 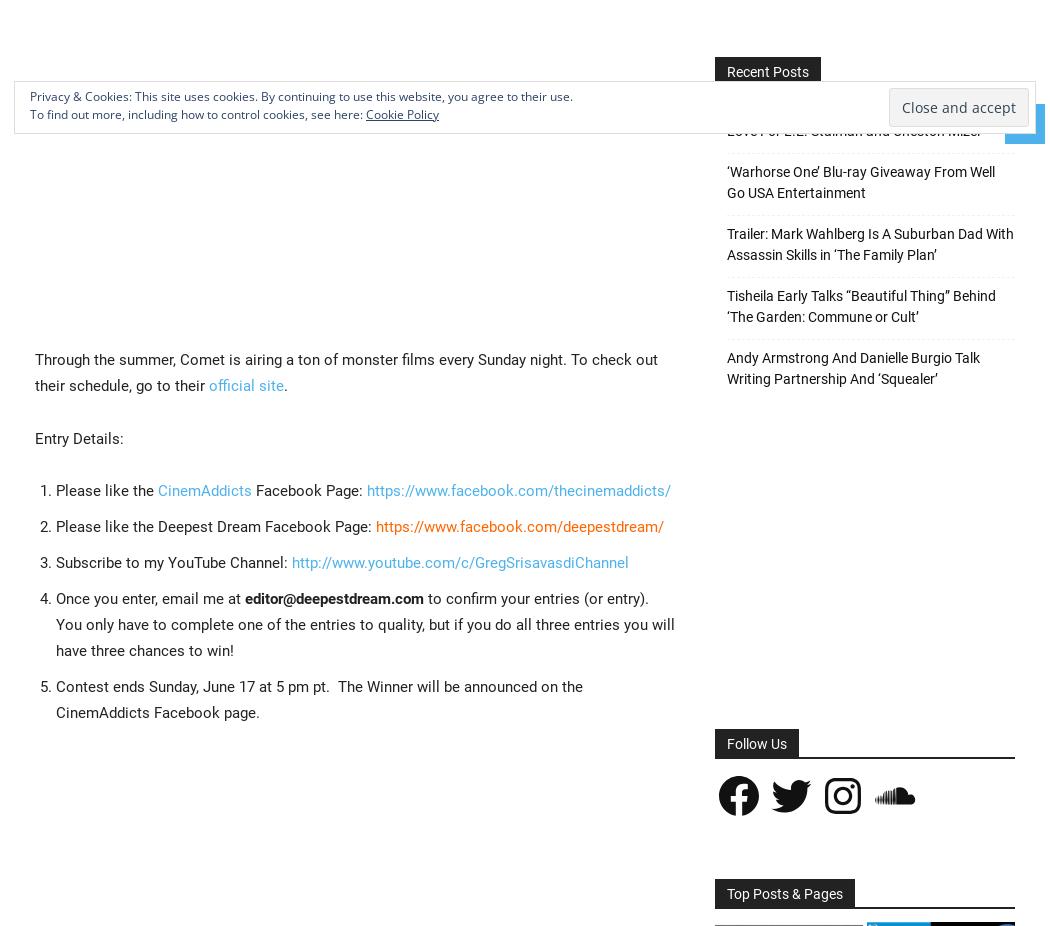 I want to click on 'Subscribe to my YouTube Channel:', so click(x=173, y=560).